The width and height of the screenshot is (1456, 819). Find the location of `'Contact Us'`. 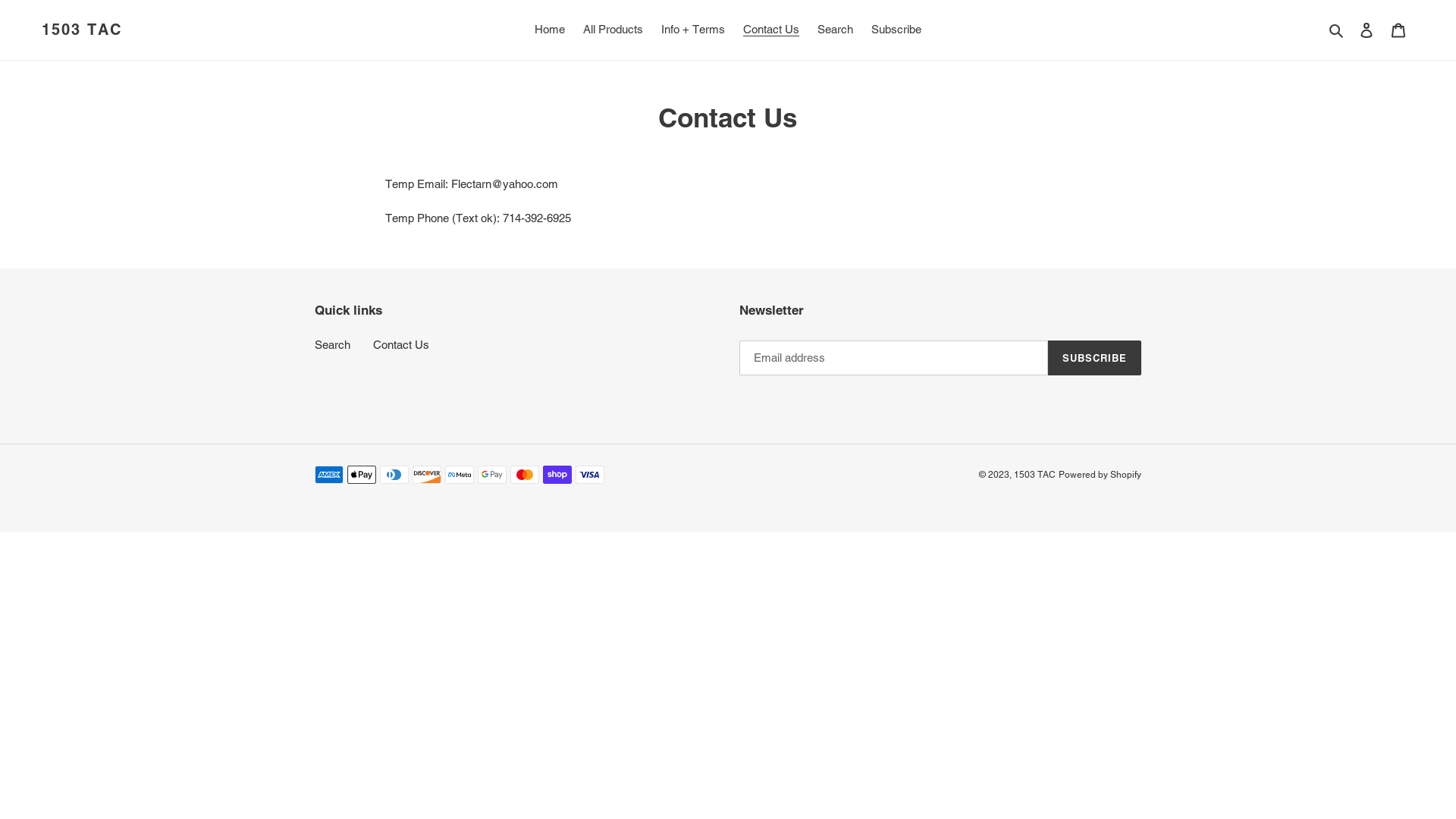

'Contact Us' is located at coordinates (400, 344).